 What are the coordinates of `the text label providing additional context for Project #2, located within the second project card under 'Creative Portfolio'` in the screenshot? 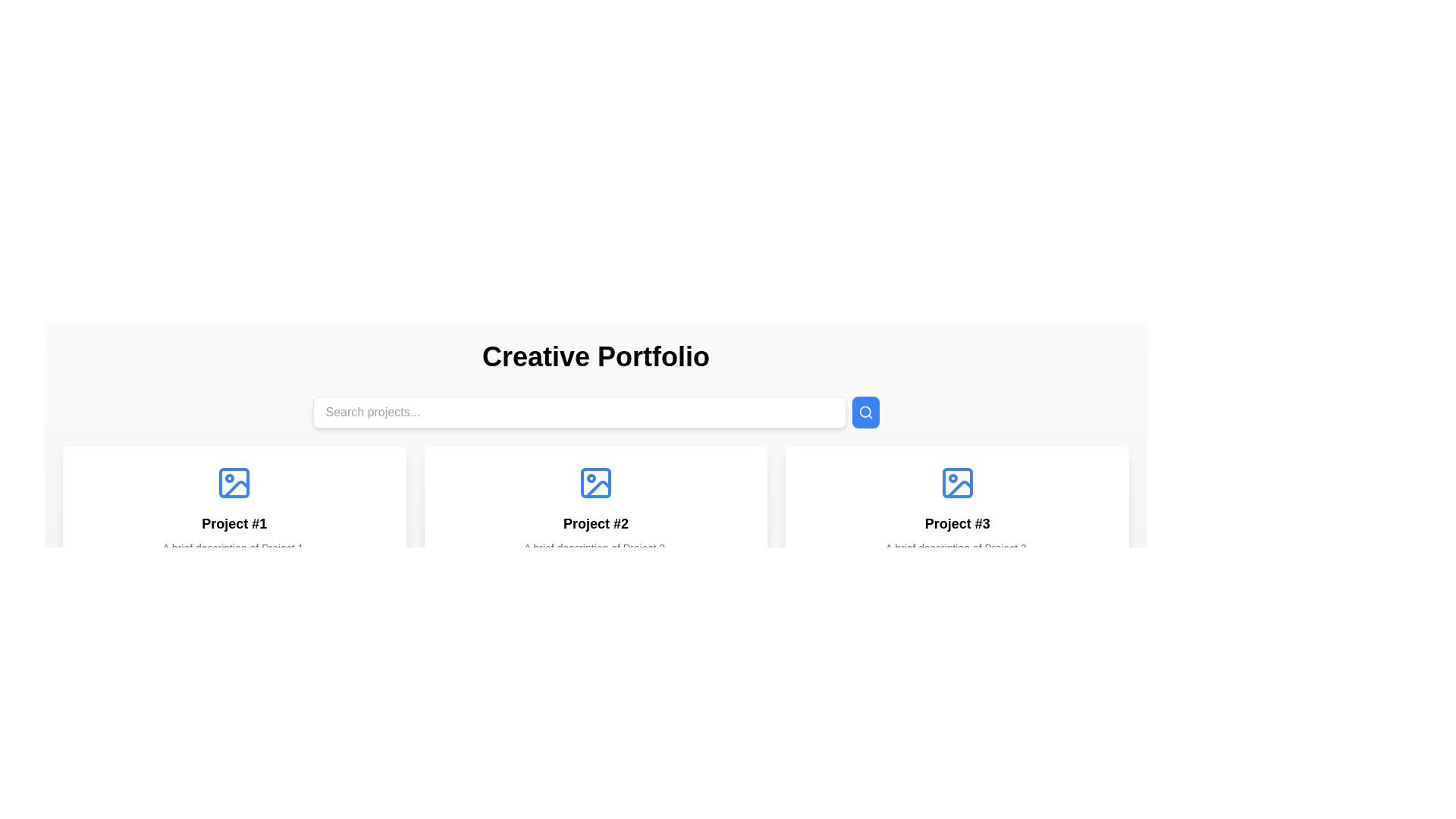 It's located at (595, 548).